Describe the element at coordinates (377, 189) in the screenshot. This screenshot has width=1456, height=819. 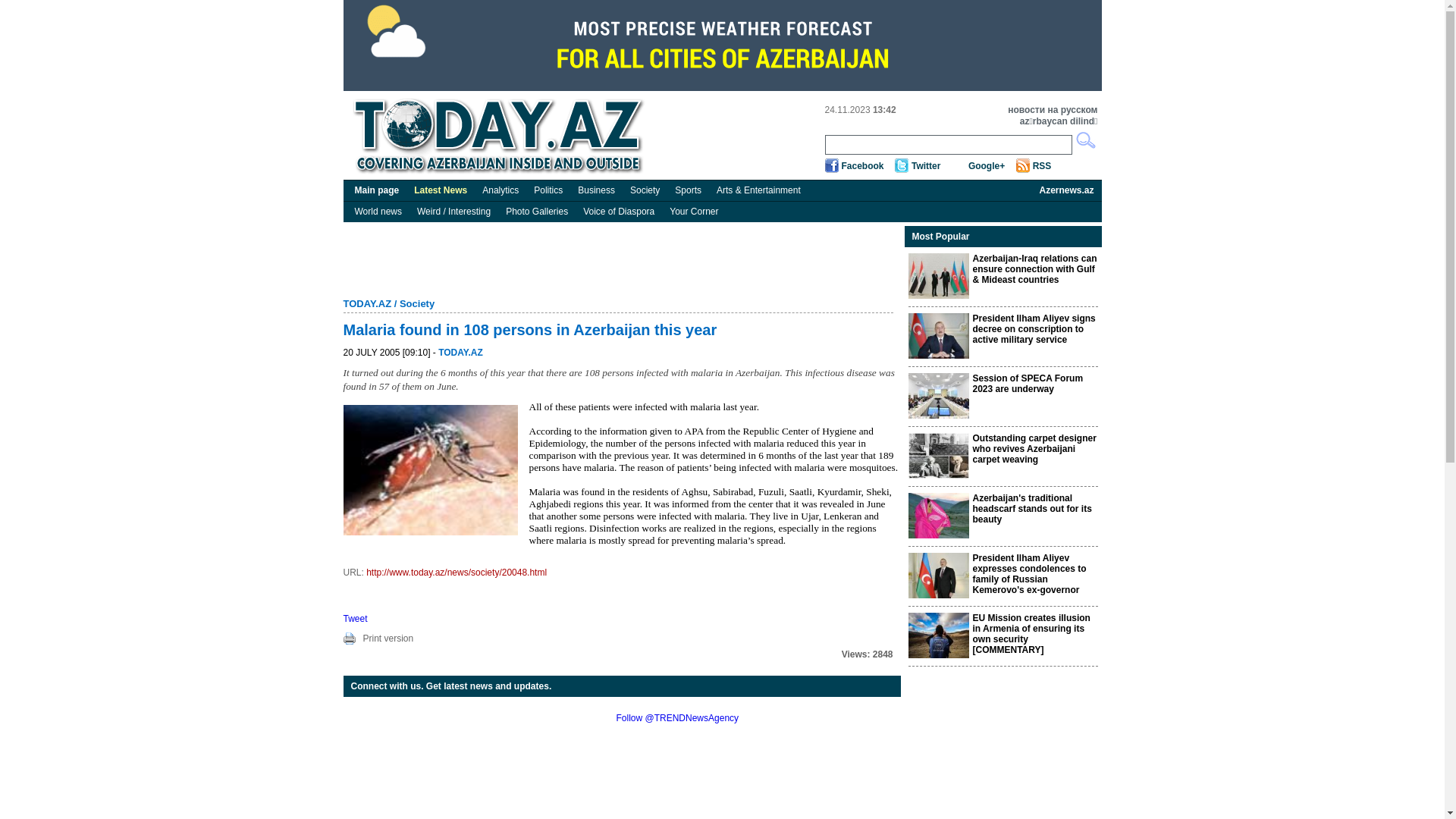
I see `'Main page'` at that location.